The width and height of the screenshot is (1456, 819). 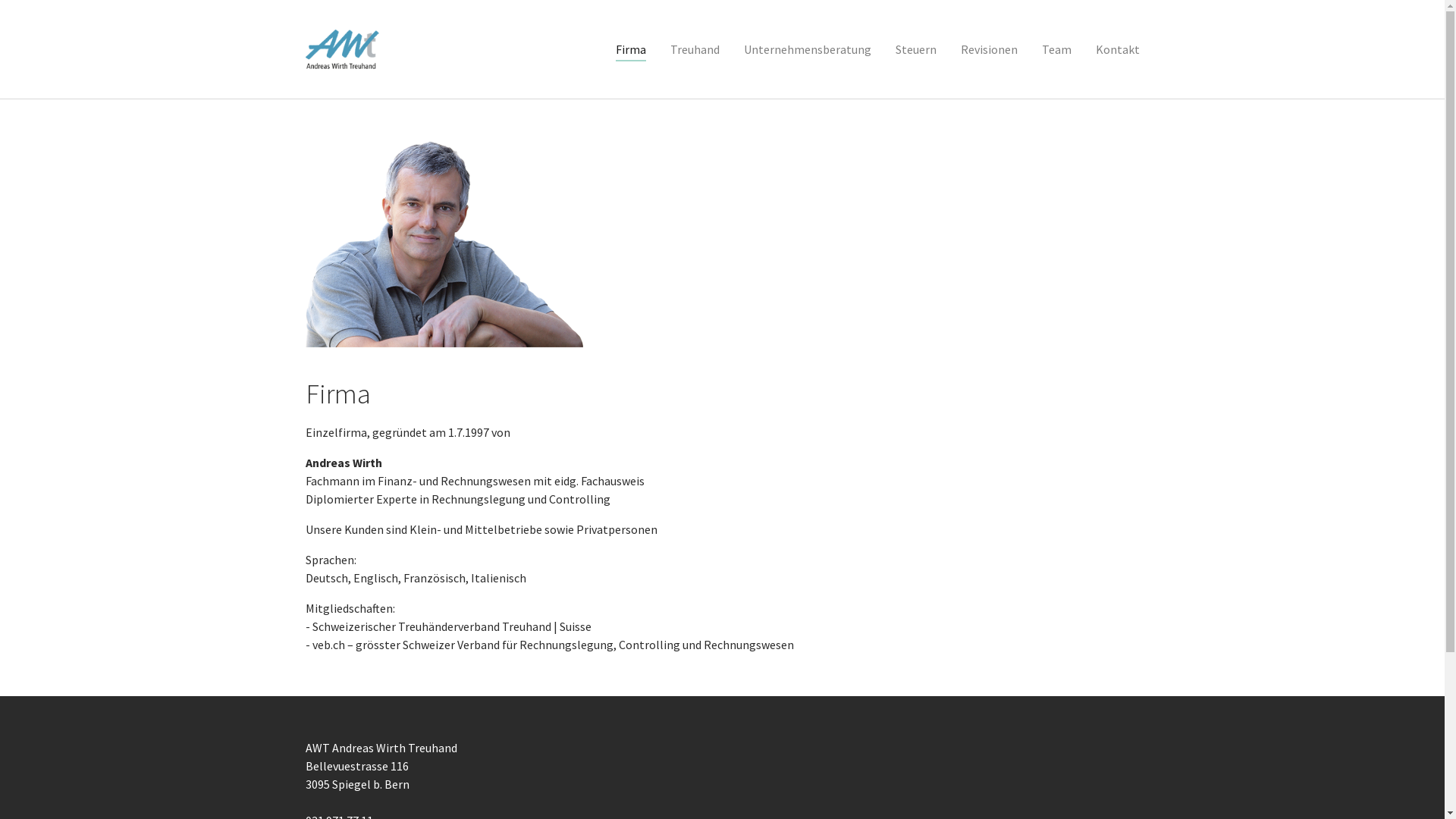 What do you see at coordinates (1030, 49) in the screenshot?
I see `'Team'` at bounding box center [1030, 49].